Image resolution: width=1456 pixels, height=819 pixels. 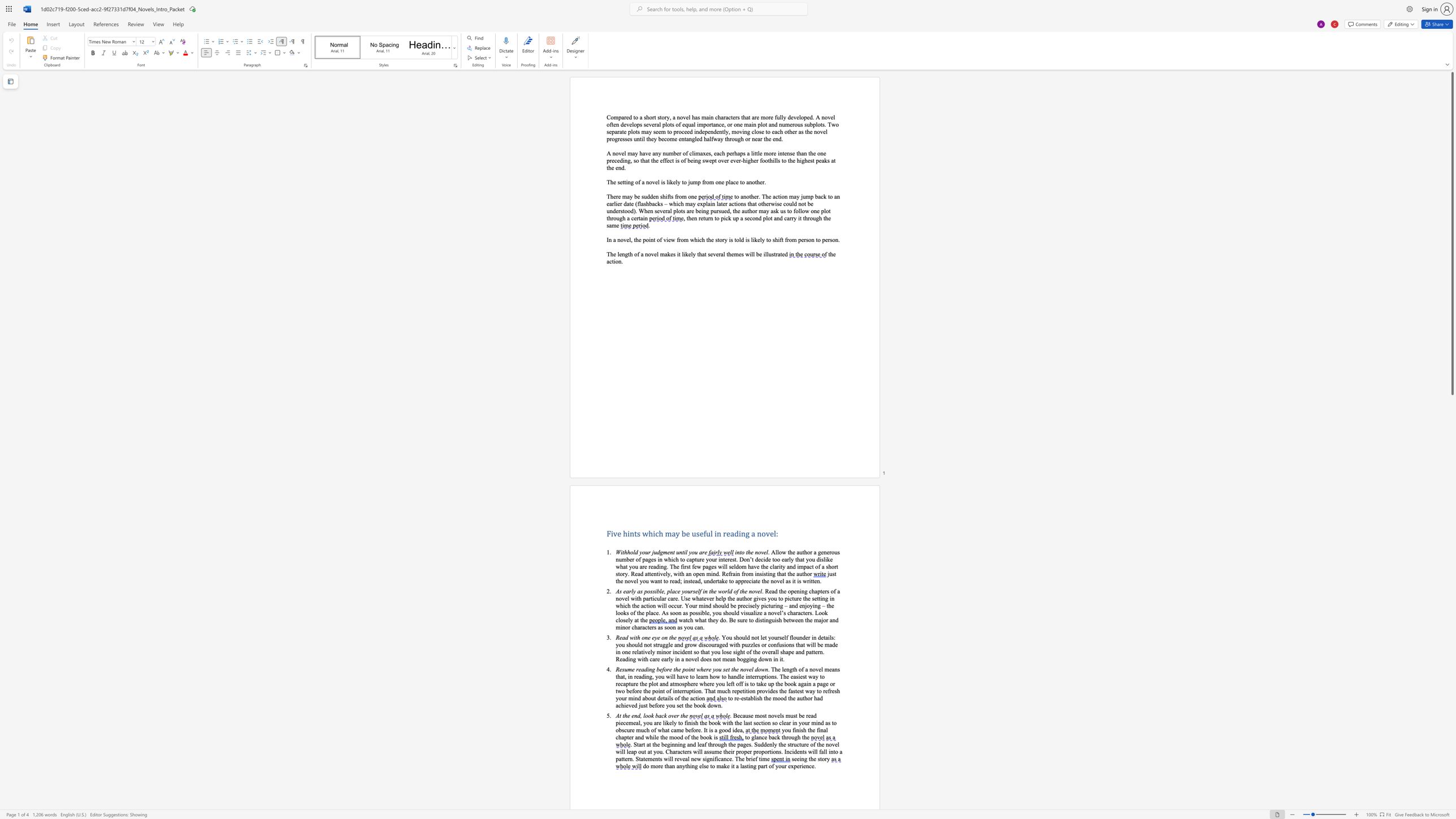 What do you see at coordinates (751, 759) in the screenshot?
I see `the space between the continuous character "r" and "i" in the text` at bounding box center [751, 759].